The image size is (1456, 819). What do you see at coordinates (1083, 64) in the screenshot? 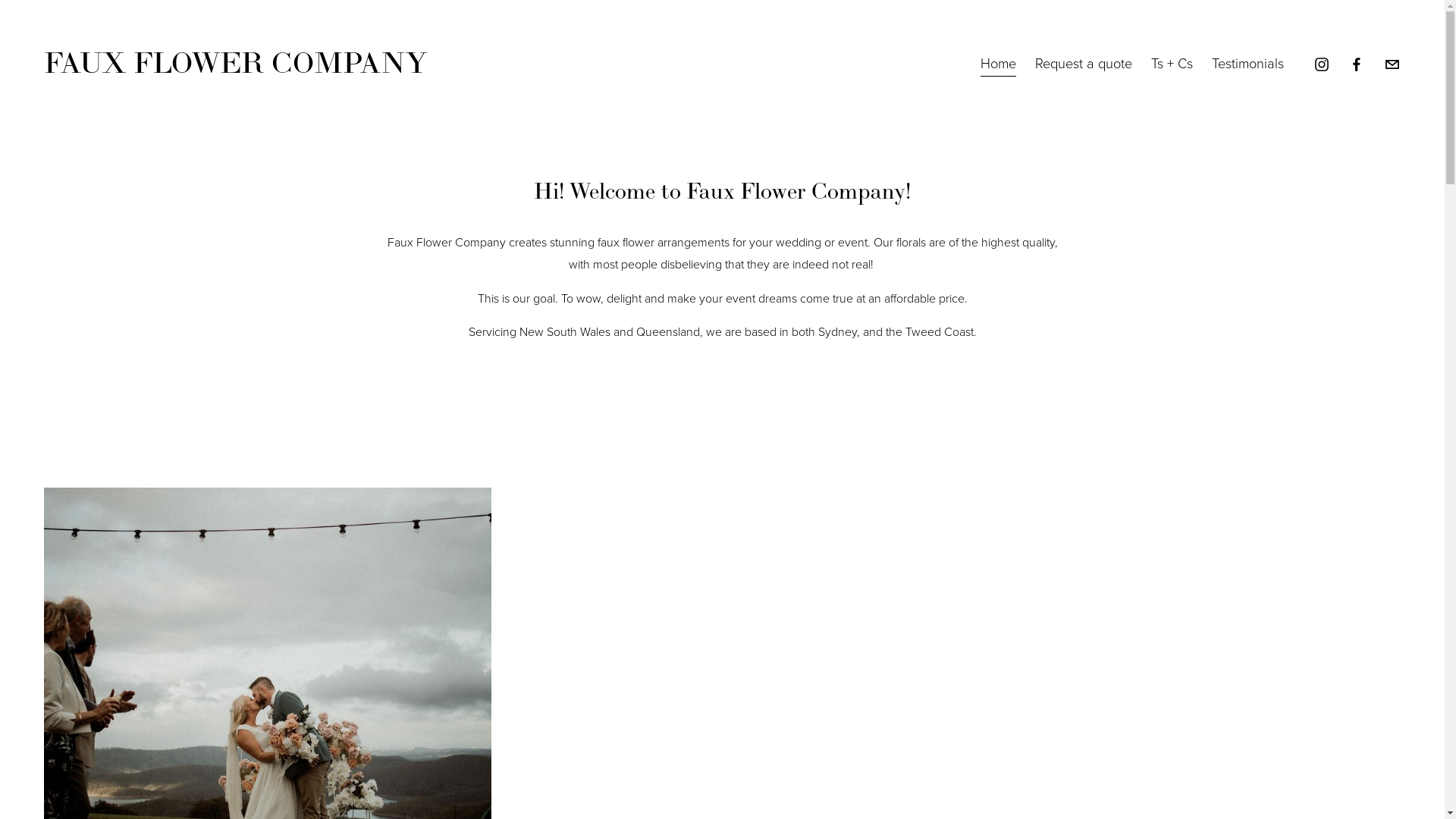
I see `'Request a quote'` at bounding box center [1083, 64].